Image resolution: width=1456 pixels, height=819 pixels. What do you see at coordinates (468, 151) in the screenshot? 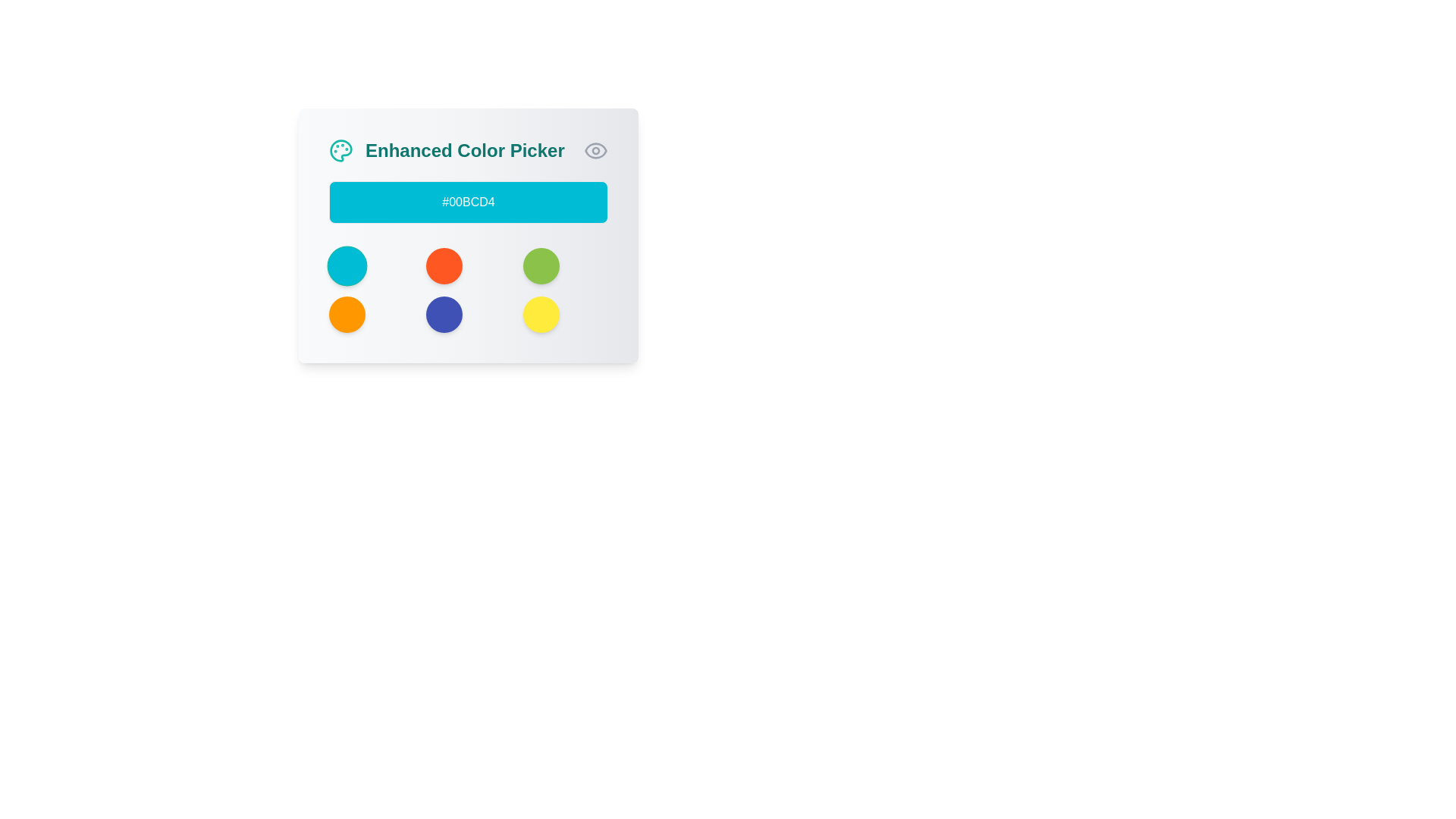
I see `the Header or Title with Icon that provides context about color selection functionality` at bounding box center [468, 151].